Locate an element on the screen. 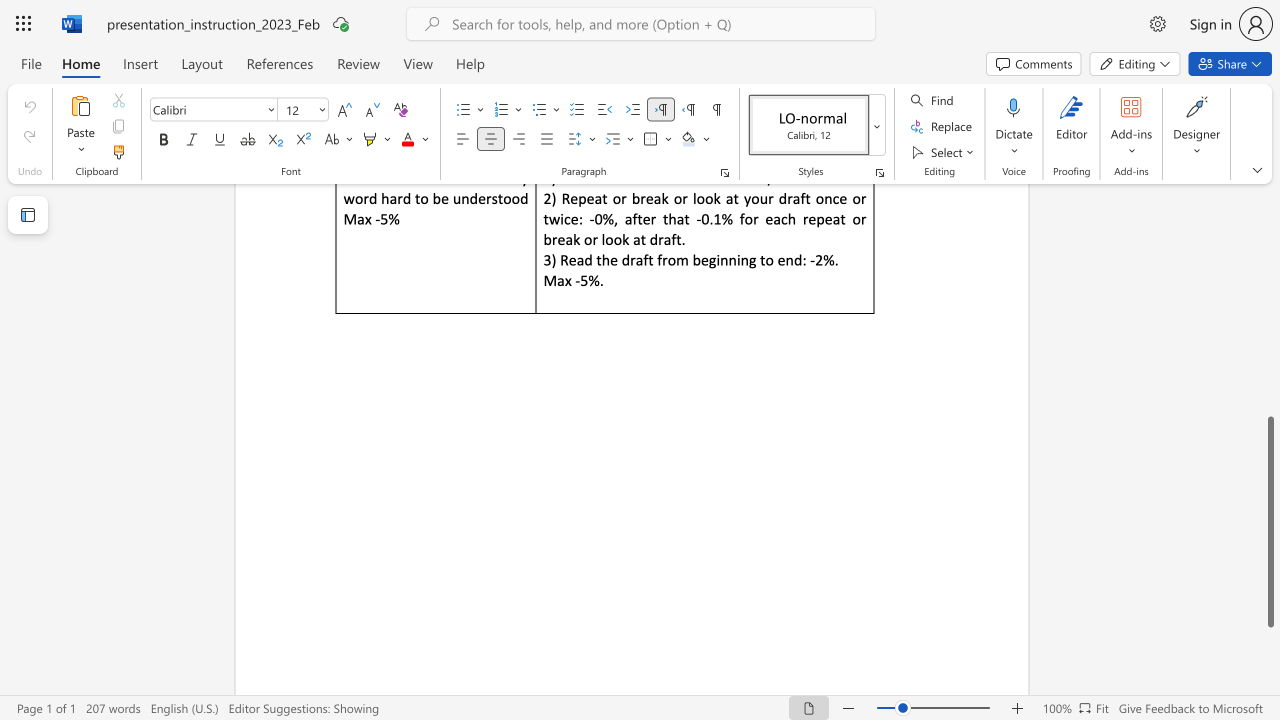 The width and height of the screenshot is (1280, 720). the scrollbar and move down 120 pixels is located at coordinates (1269, 521).